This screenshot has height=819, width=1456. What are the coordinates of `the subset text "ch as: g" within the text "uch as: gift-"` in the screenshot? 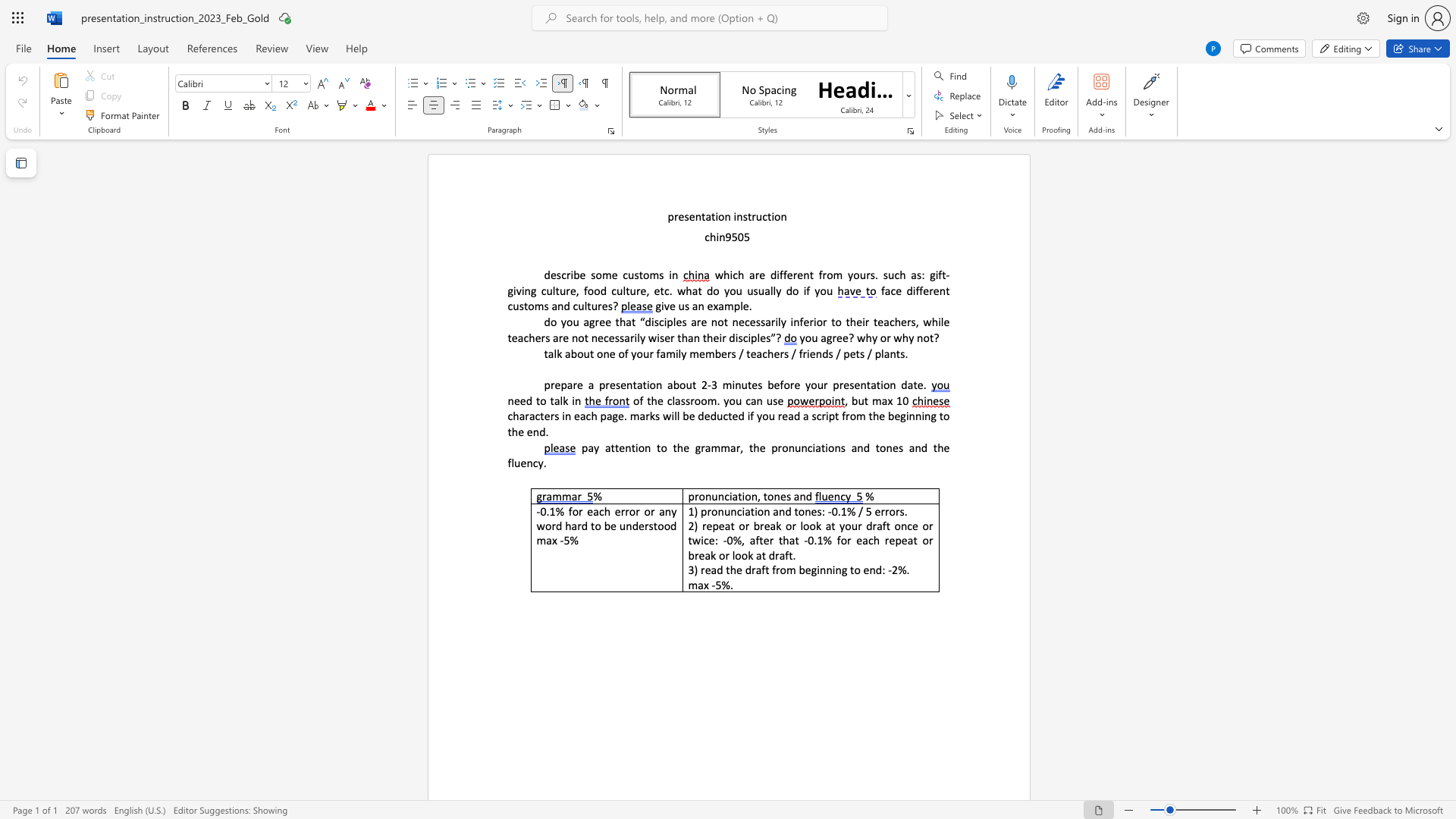 It's located at (894, 275).